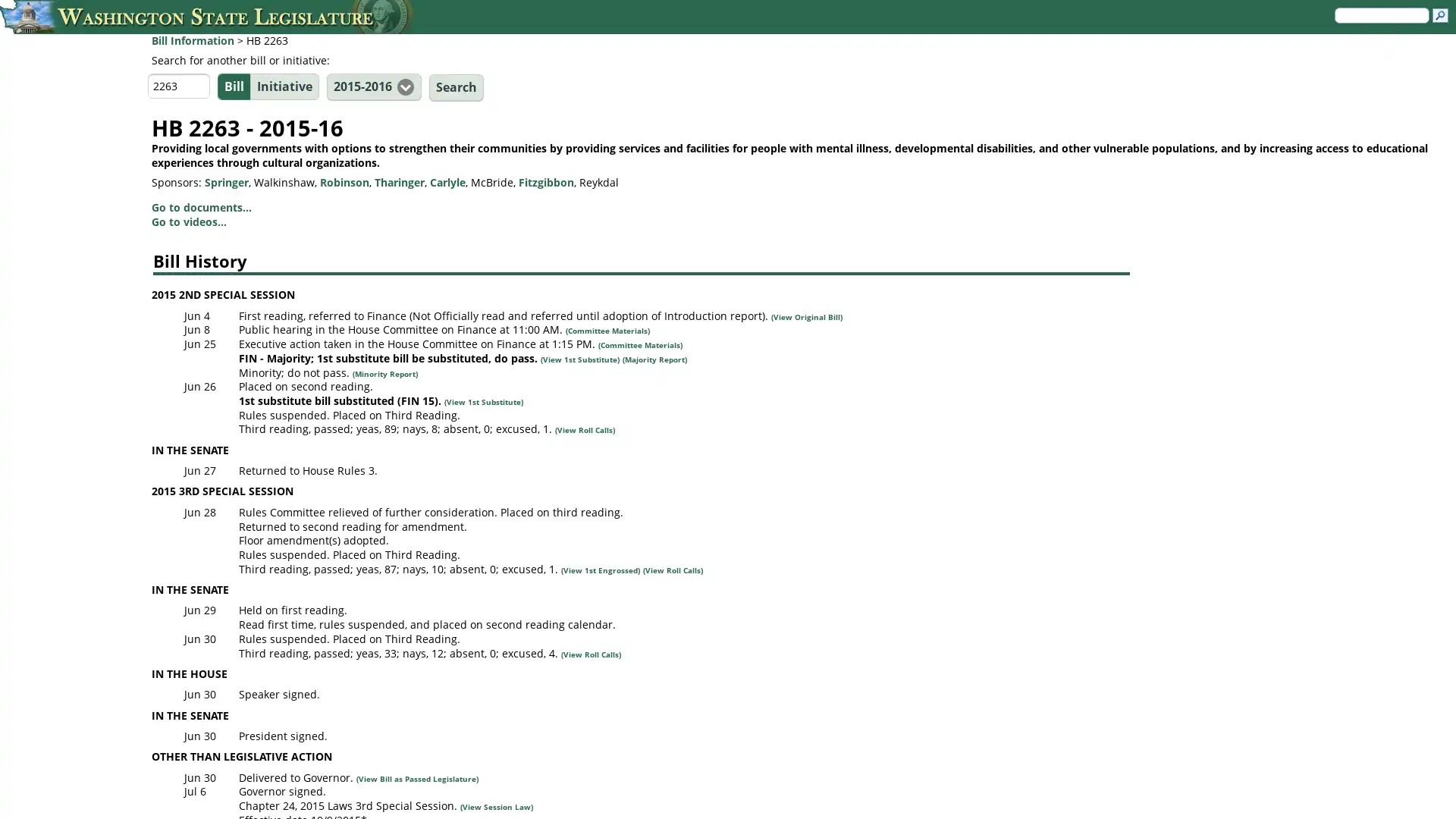  Describe the element at coordinates (458, 87) in the screenshot. I see `Search` at that location.